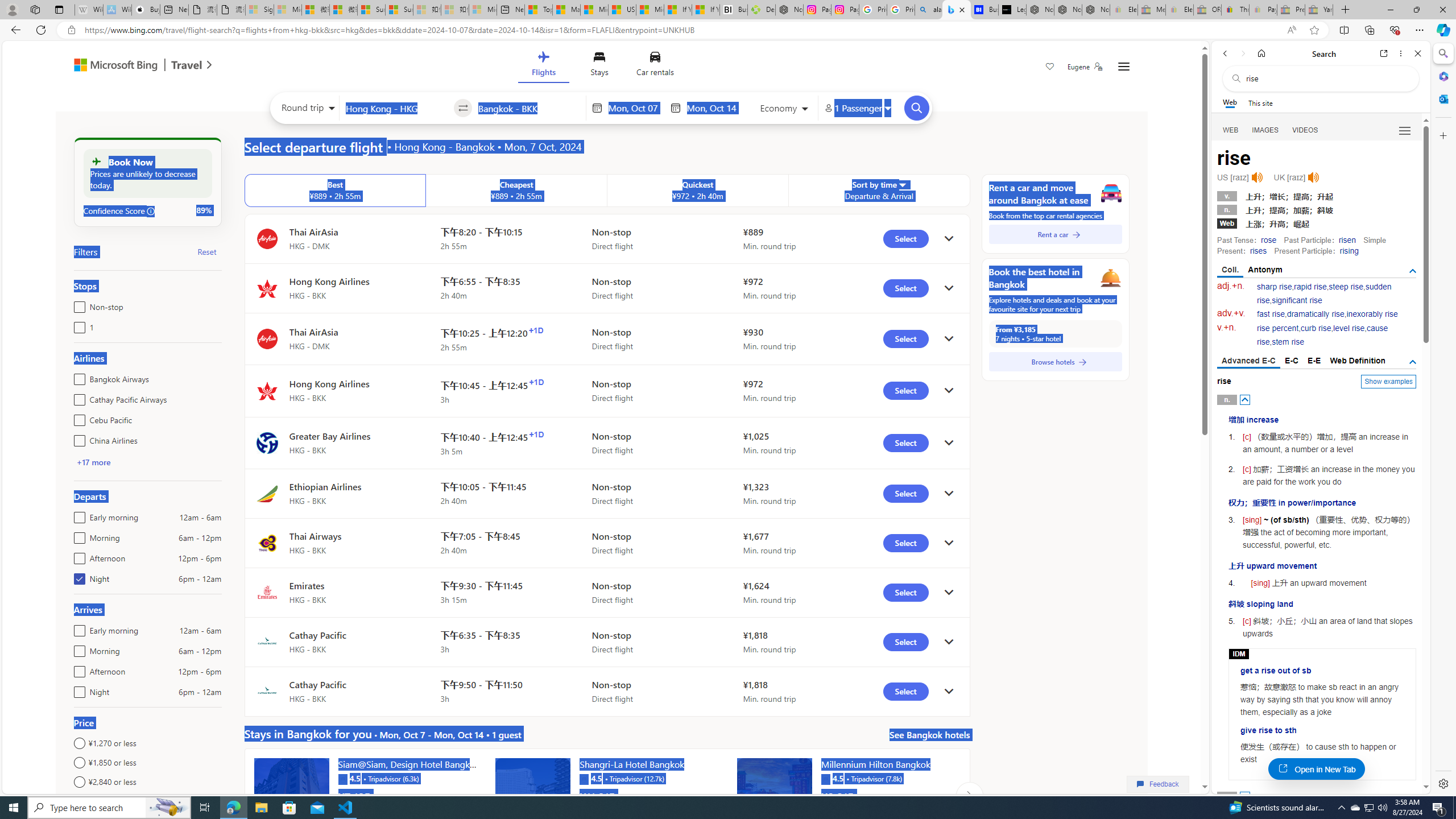 This screenshot has width=1456, height=819. I want to click on 'AutomationID: posbtn_0', so click(1245, 399).